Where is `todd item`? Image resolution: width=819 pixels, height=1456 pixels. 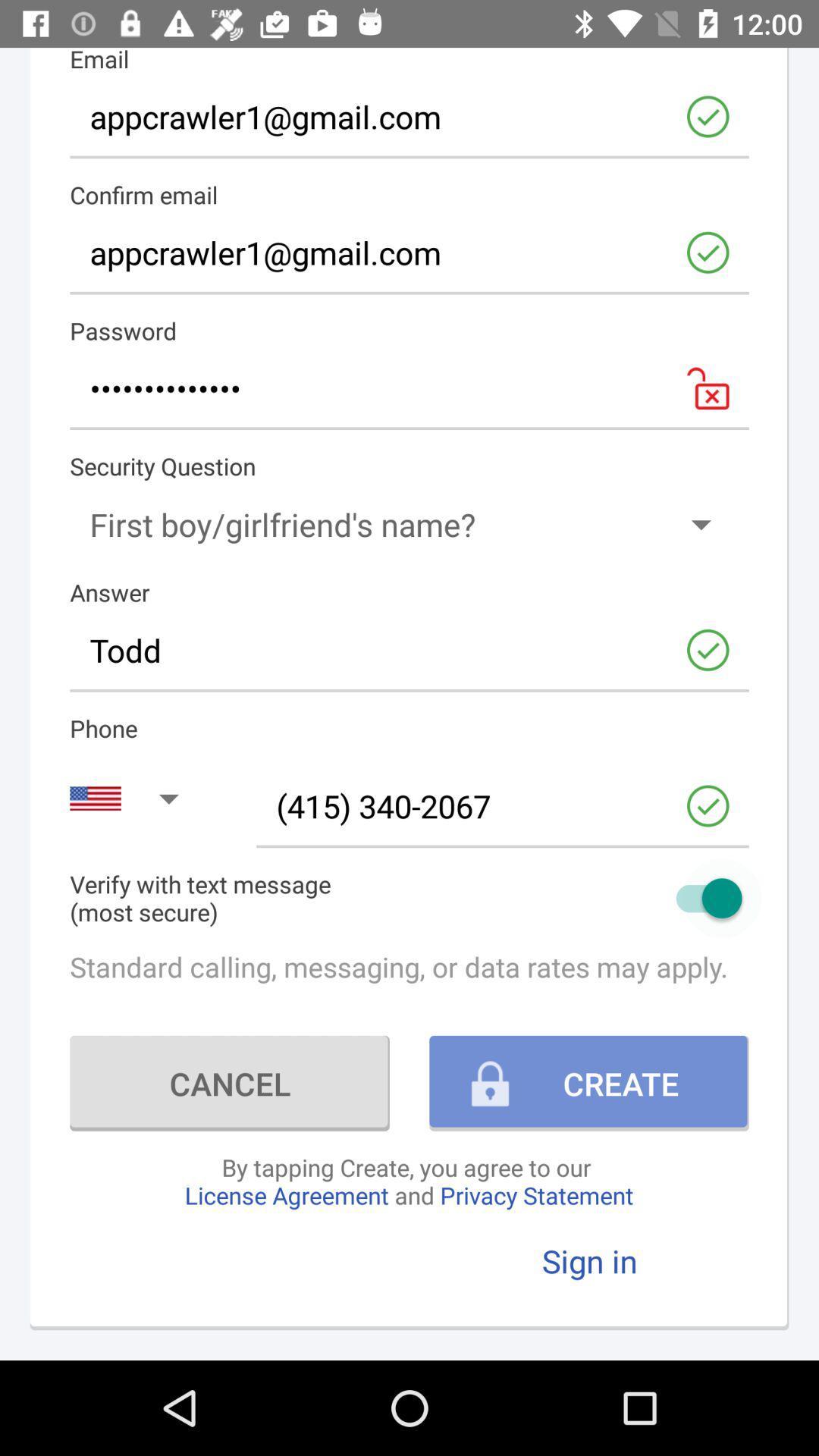
todd item is located at coordinates (409, 650).